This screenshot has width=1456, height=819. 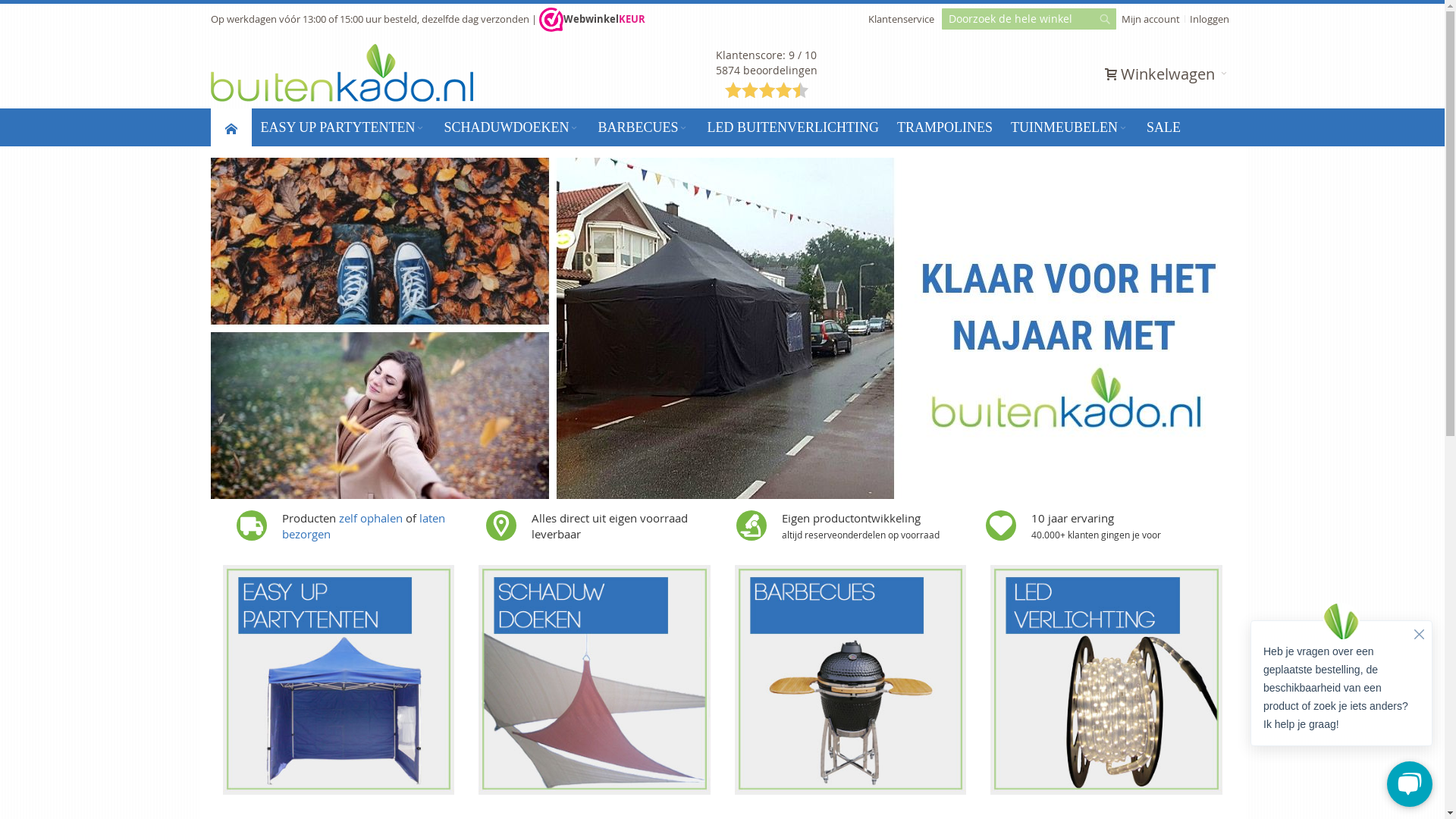 I want to click on 'BARBECUES', so click(x=643, y=127).